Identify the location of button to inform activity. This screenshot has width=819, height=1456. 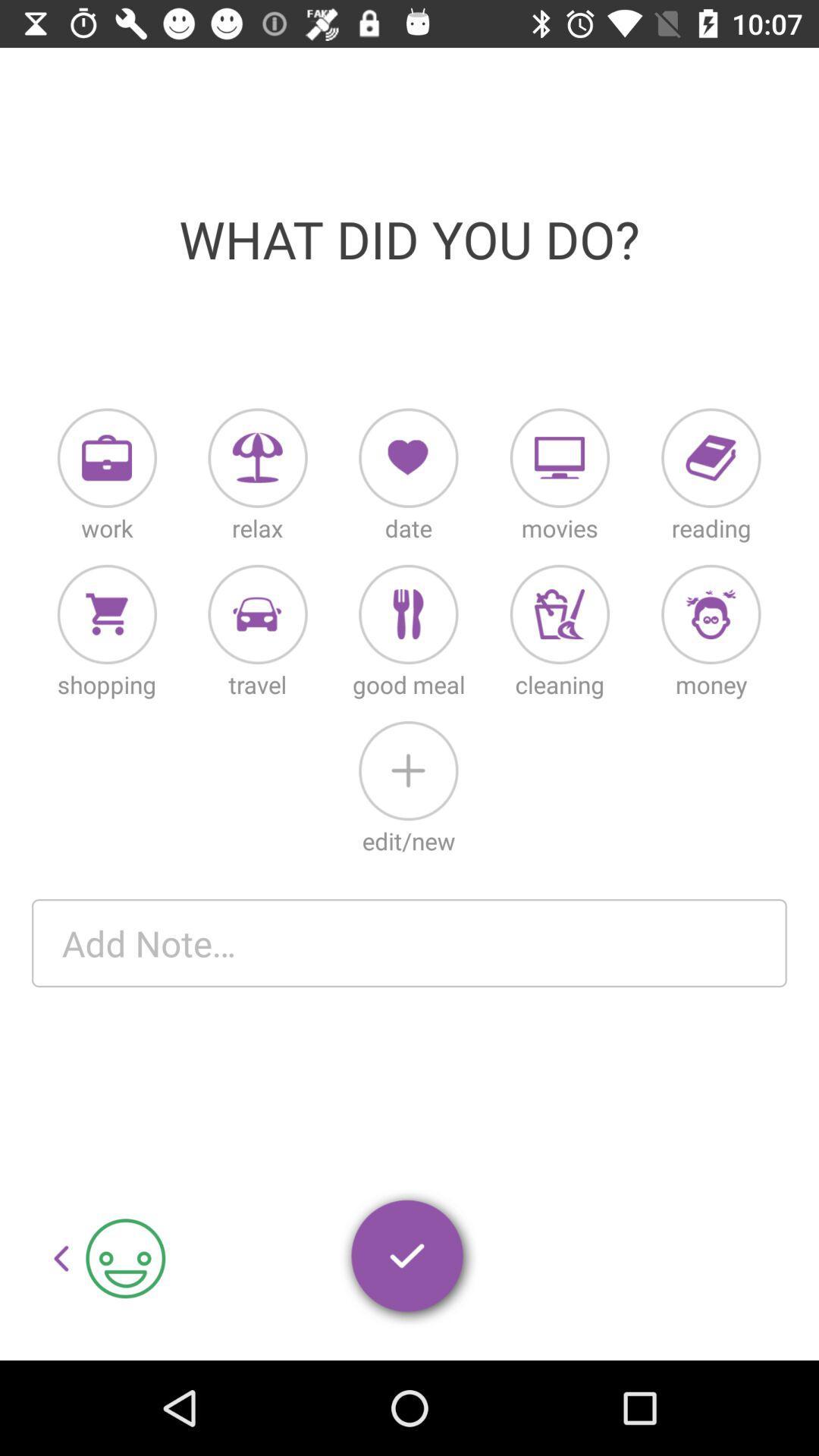
(257, 457).